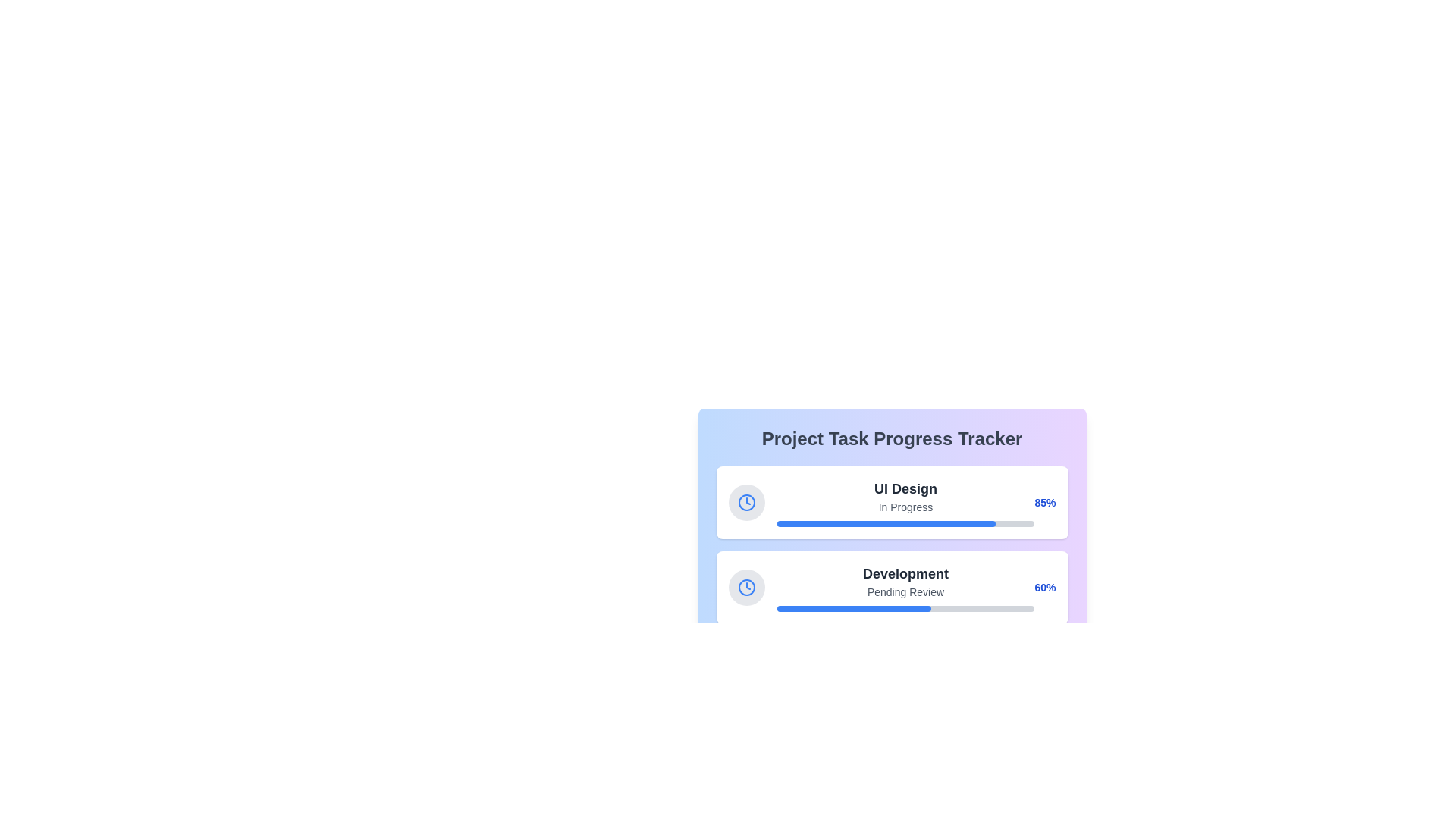 The height and width of the screenshot is (819, 1456). Describe the element at coordinates (1044, 503) in the screenshot. I see `the Text Label that indicates the completion percentage for the 'UI Design' progress task card, located to the right of the 'In Progress' text` at that location.